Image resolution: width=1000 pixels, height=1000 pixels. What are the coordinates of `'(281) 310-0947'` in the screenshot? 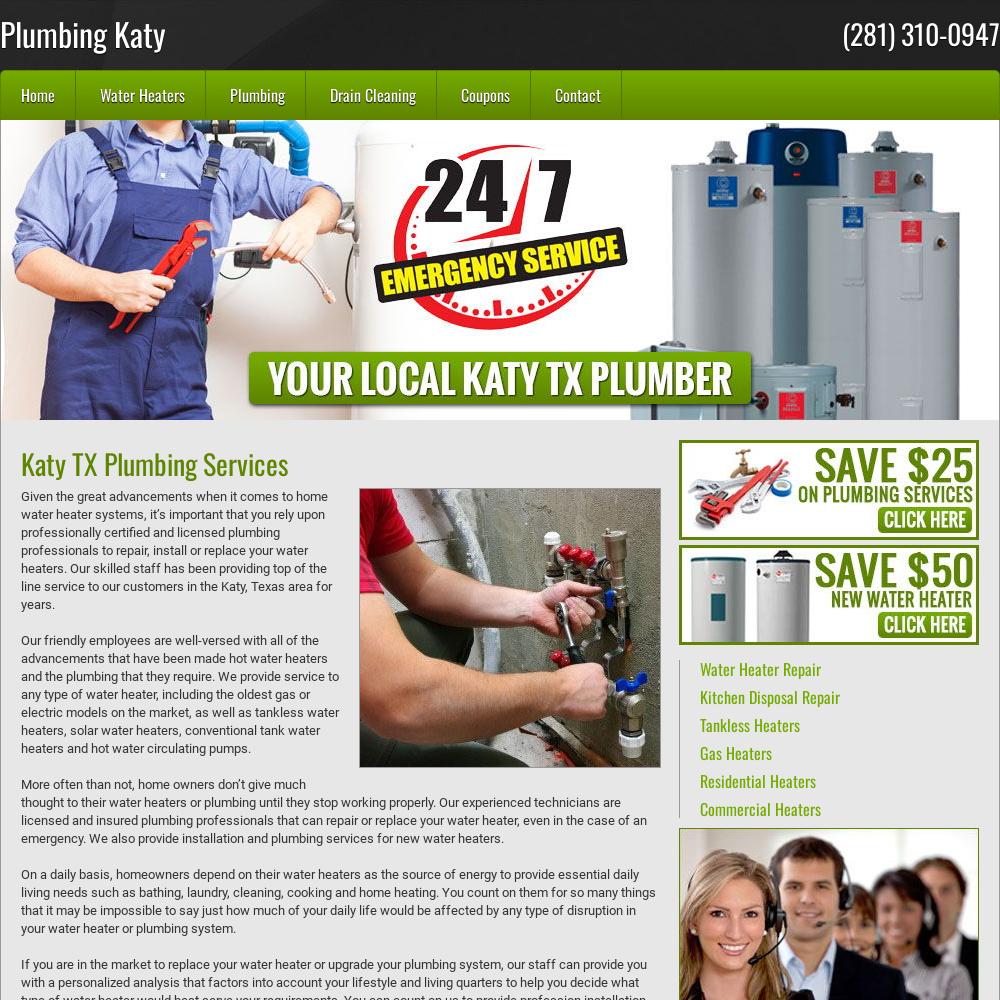 It's located at (921, 33).